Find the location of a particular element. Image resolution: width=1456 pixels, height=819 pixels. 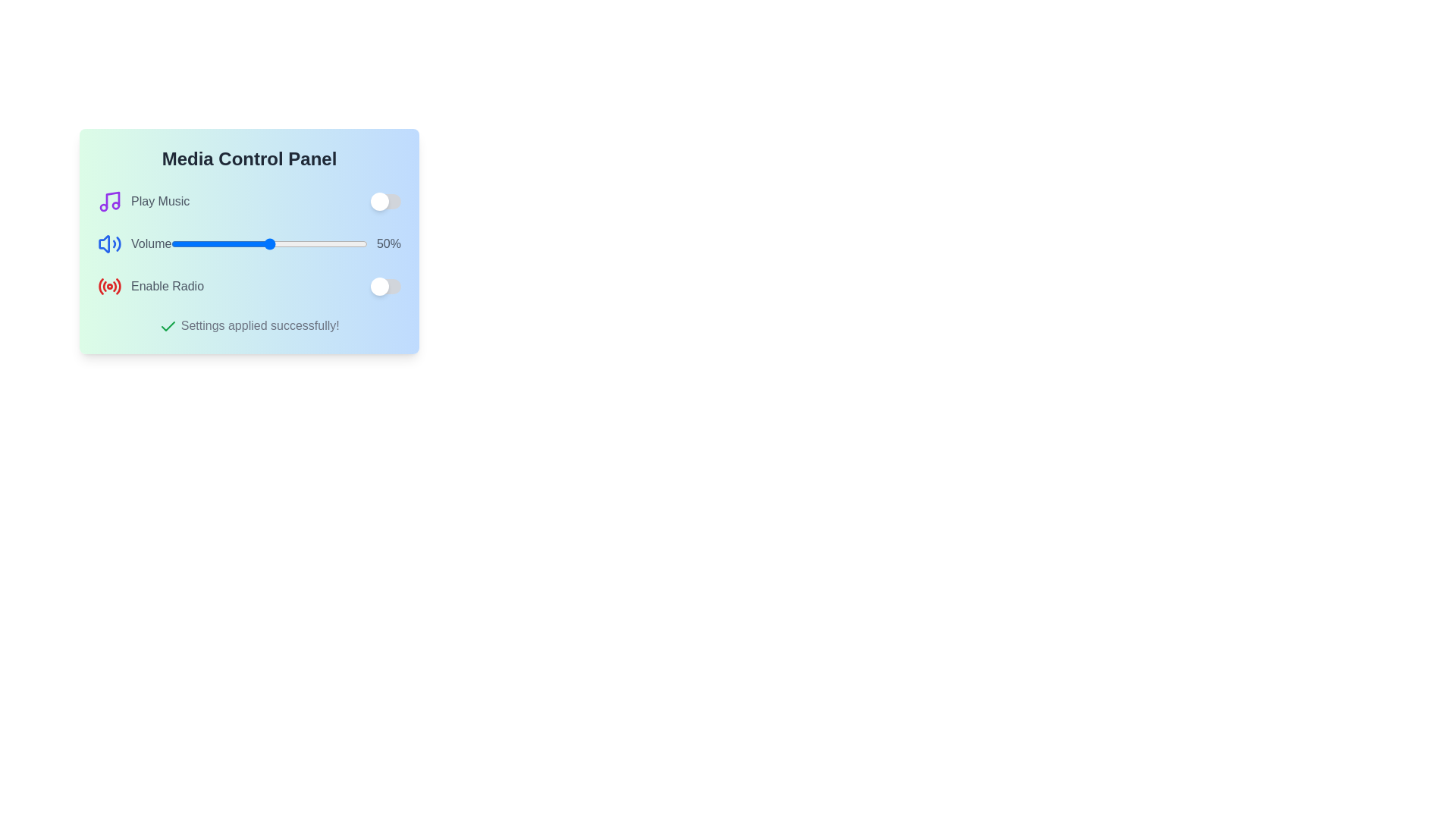

the slider is located at coordinates (215, 243).